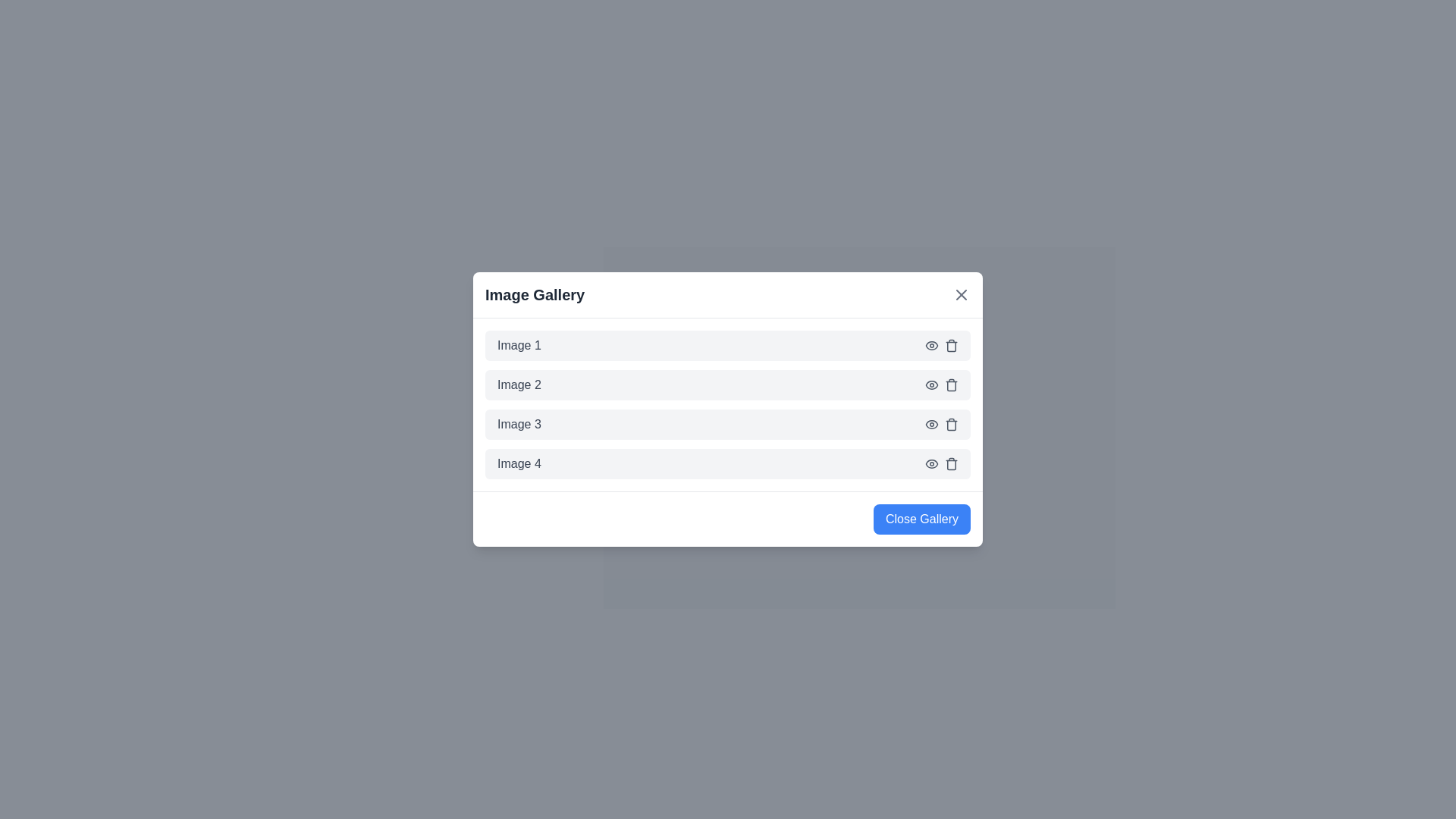  I want to click on the list item labeled 'Image 1' in the 'Image Gallery' modal, so click(728, 345).